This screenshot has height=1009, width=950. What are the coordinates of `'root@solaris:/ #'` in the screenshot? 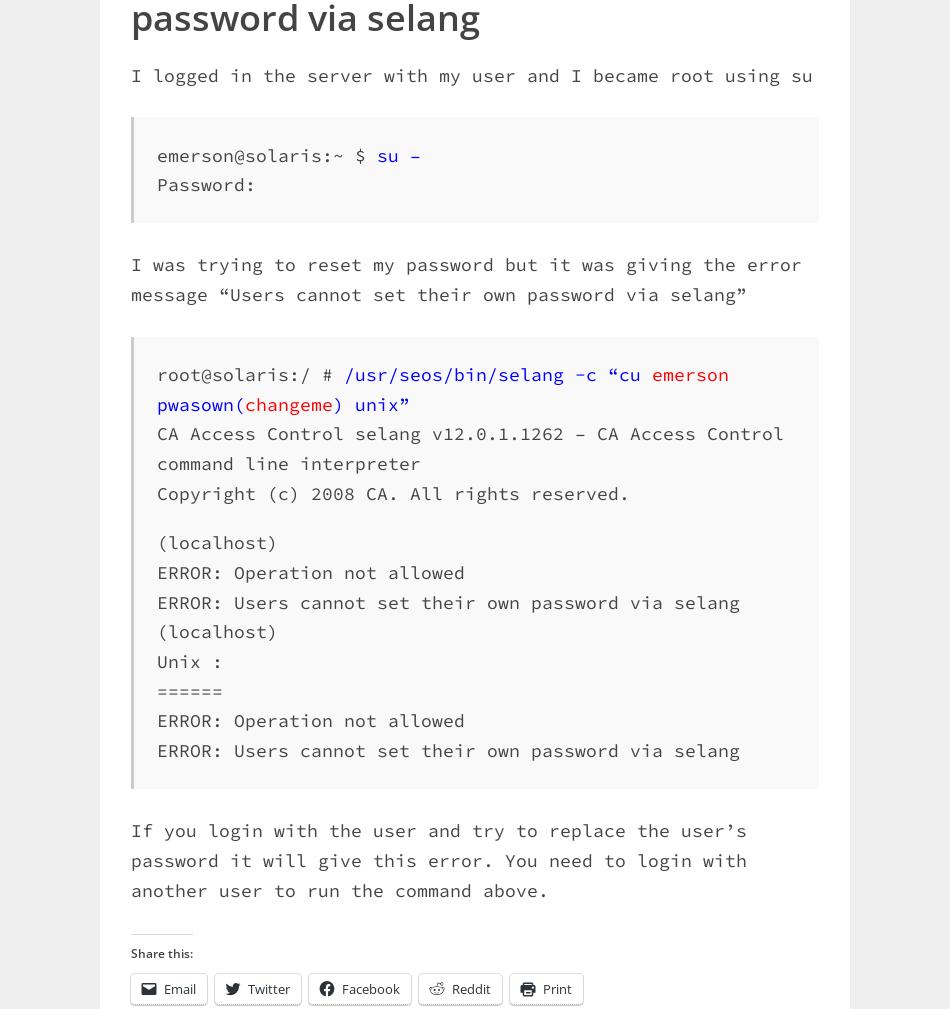 It's located at (249, 373).